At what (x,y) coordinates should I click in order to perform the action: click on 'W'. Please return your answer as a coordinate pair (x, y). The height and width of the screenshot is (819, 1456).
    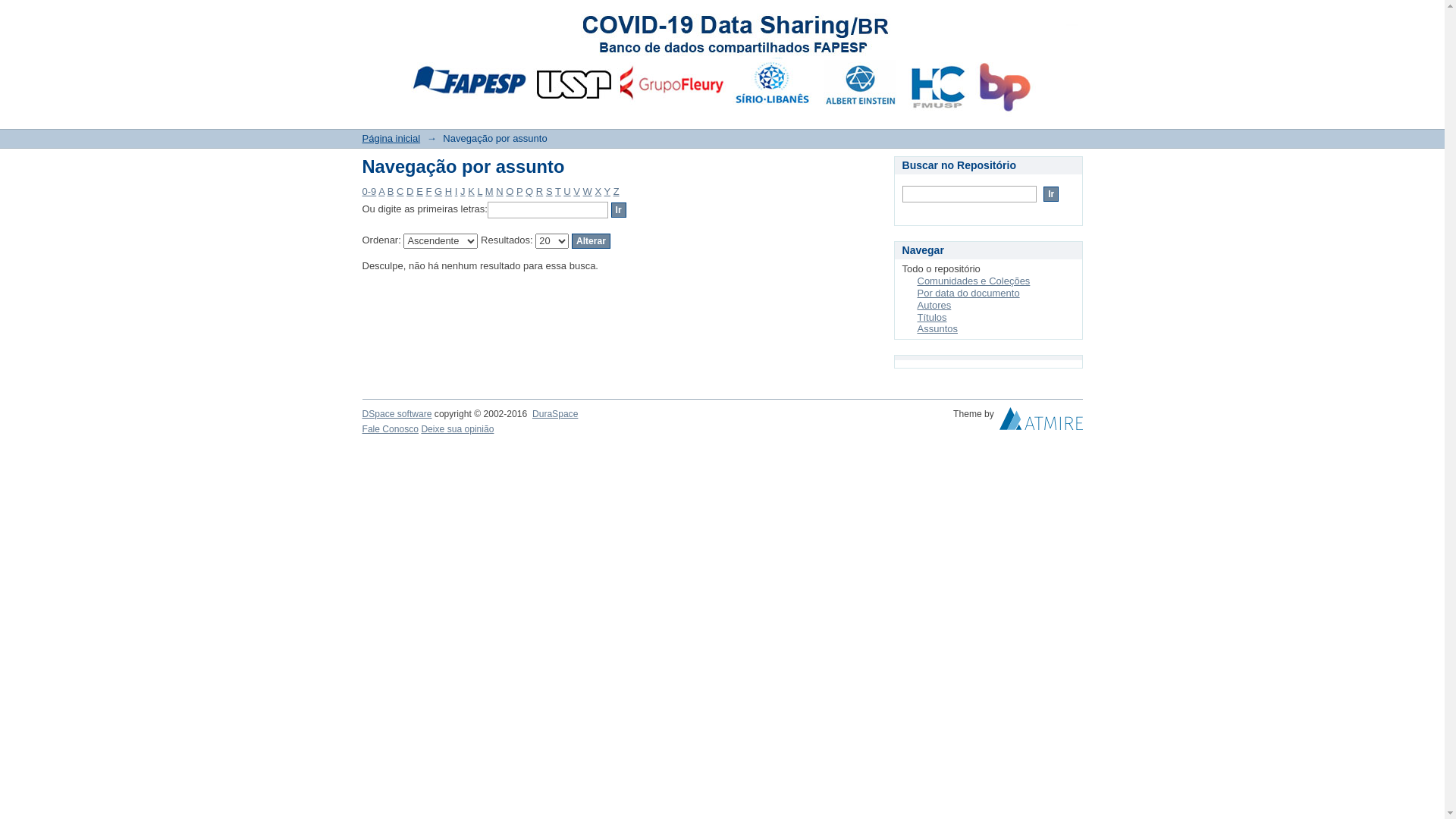
    Looking at the image, I should click on (586, 190).